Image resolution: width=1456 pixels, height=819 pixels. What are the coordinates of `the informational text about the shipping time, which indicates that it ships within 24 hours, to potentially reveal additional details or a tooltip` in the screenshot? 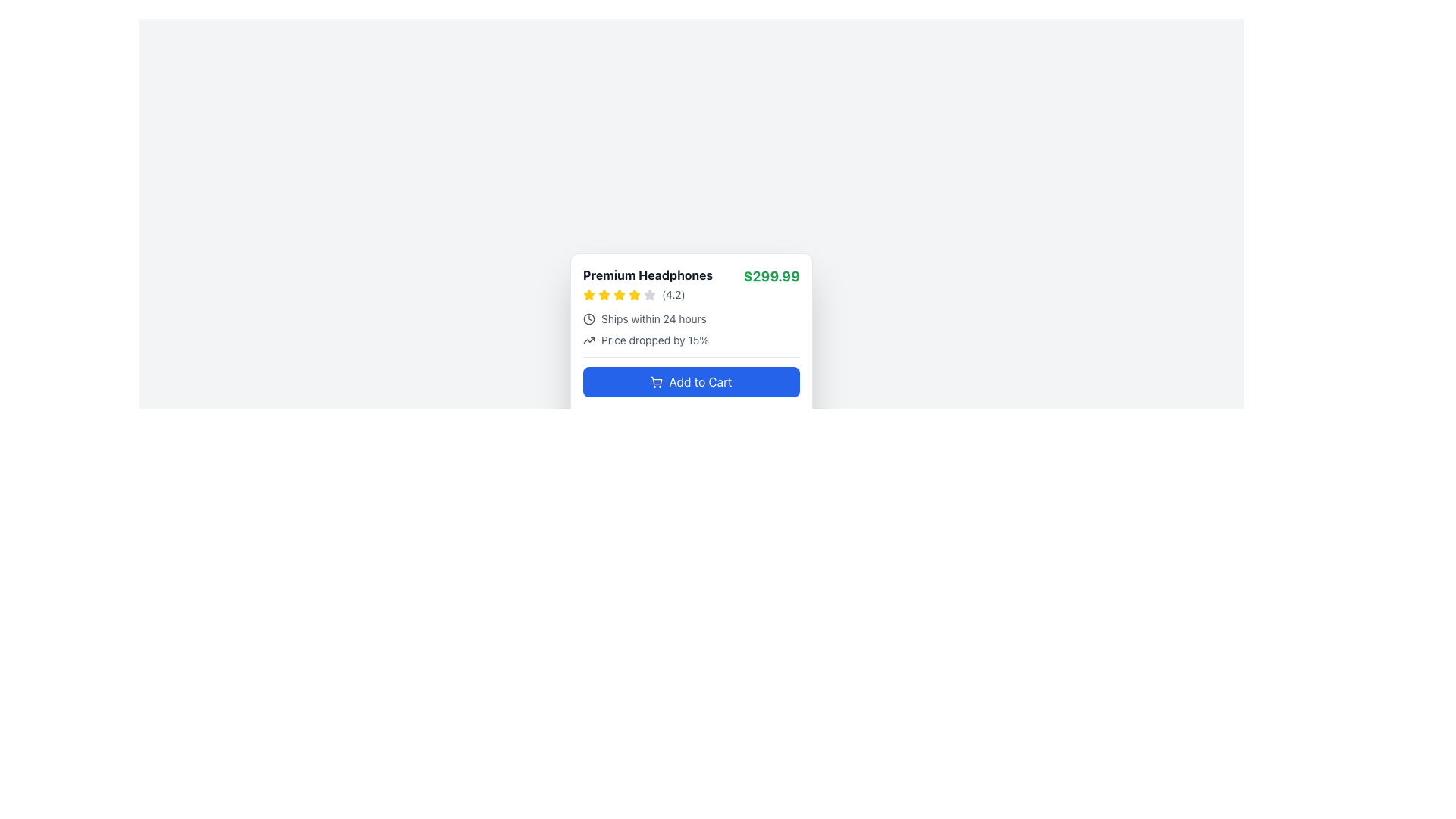 It's located at (691, 318).